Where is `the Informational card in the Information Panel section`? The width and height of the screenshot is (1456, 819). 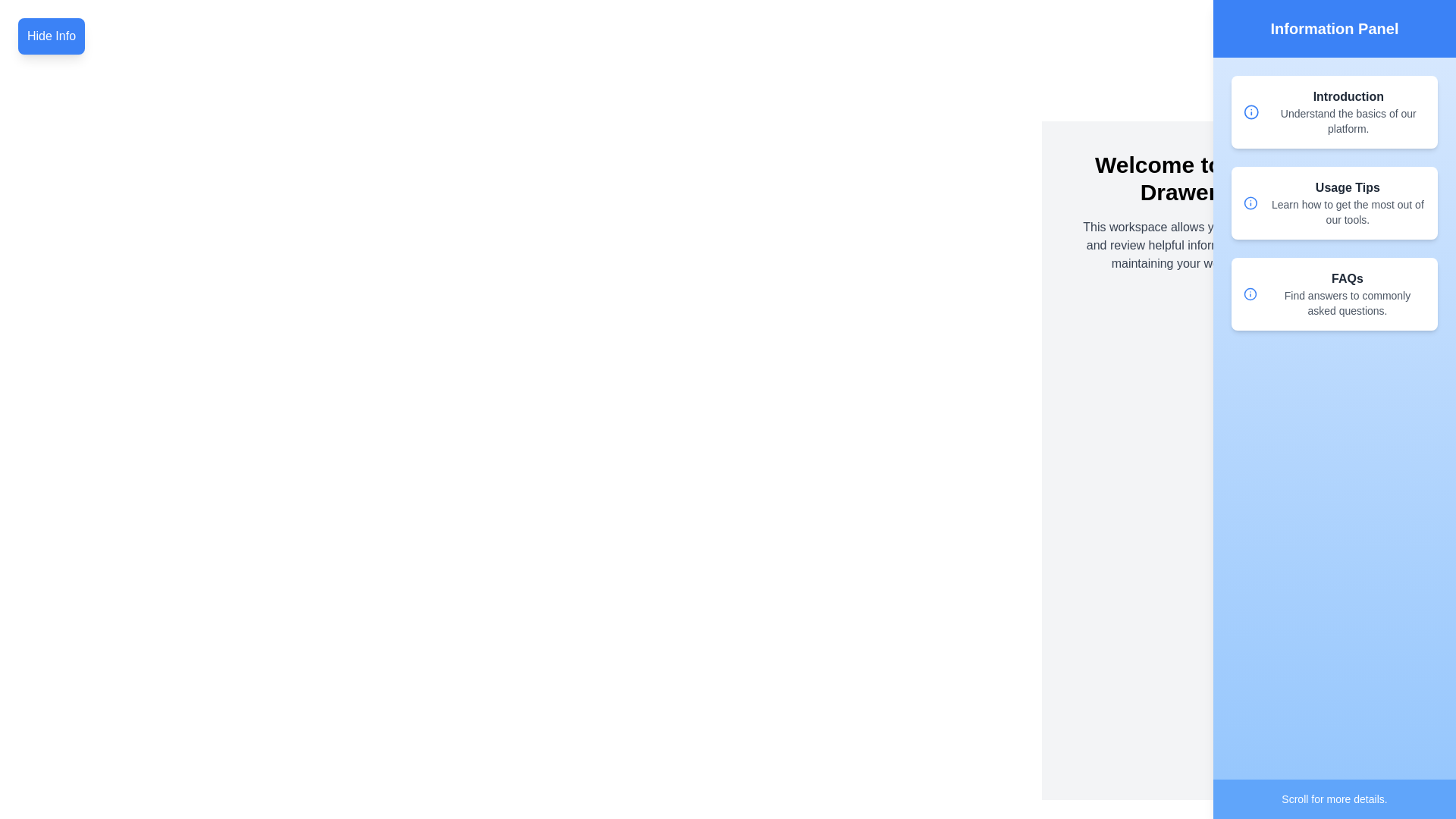
the Informational card in the Information Panel section is located at coordinates (1335, 294).